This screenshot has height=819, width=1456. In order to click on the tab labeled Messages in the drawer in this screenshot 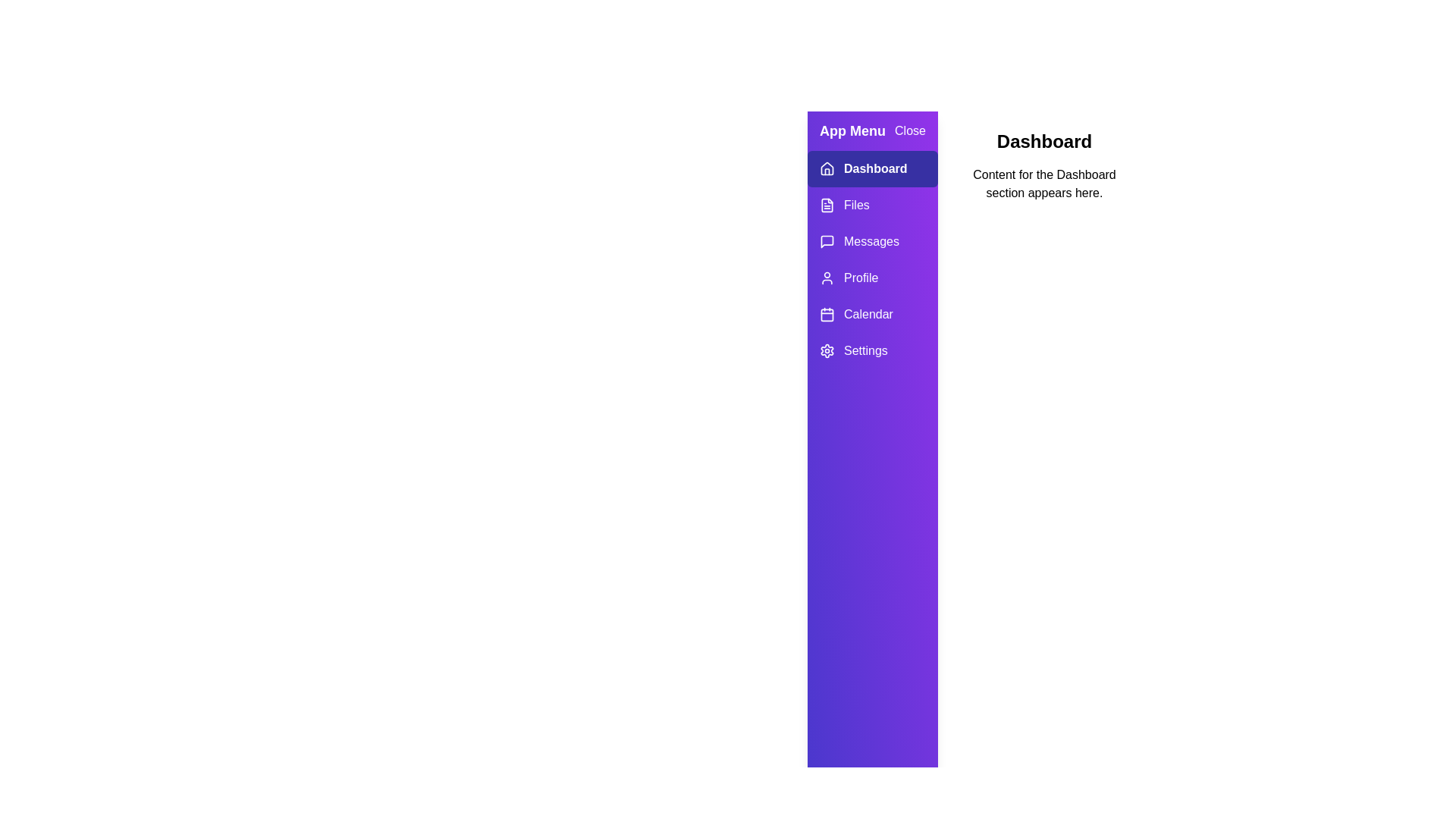, I will do `click(873, 241)`.